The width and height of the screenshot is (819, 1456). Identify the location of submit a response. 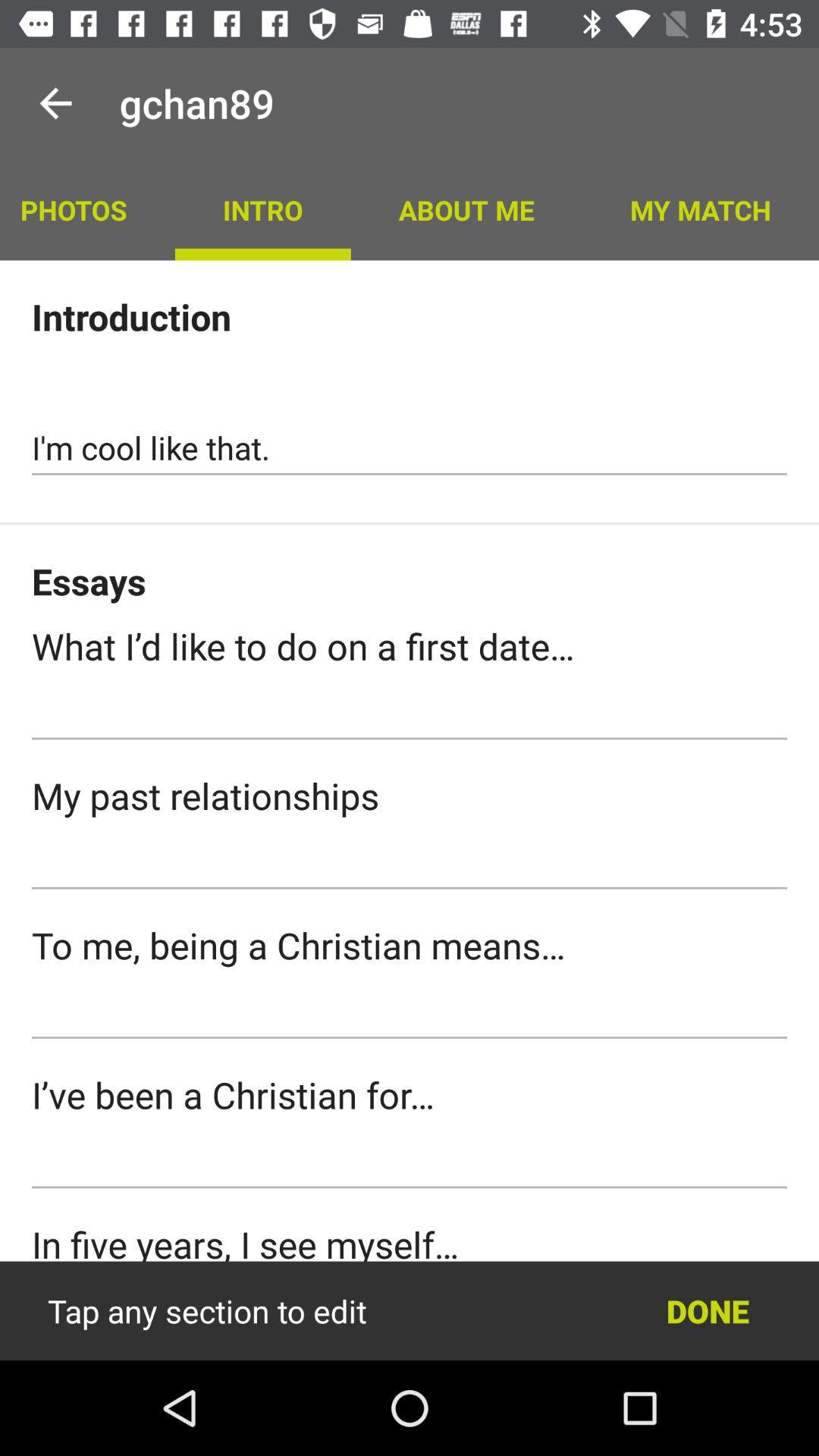
(409, 712).